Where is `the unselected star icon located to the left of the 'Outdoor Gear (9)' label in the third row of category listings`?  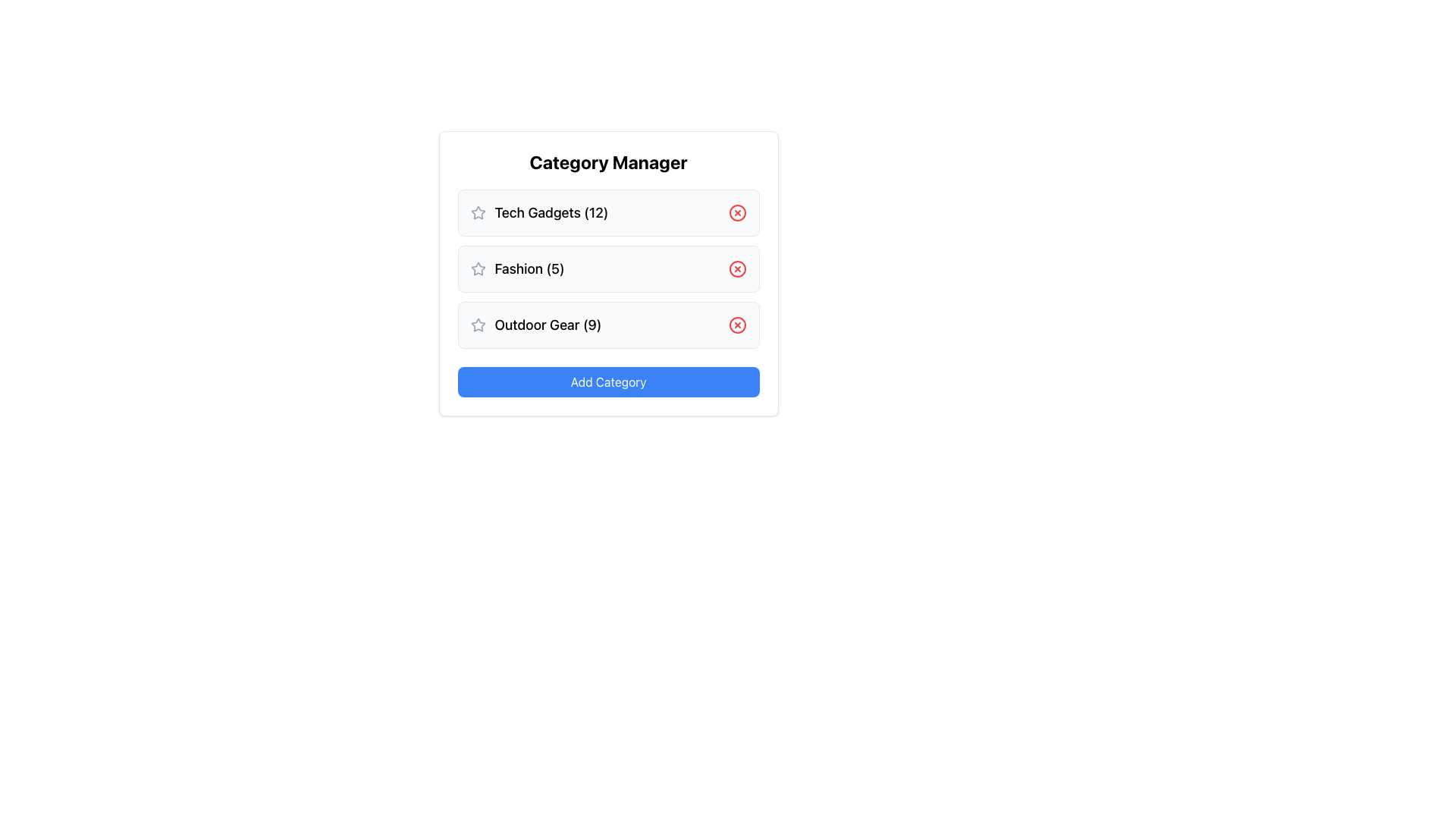
the unselected star icon located to the left of the 'Outdoor Gear (9)' label in the third row of category listings is located at coordinates (477, 324).